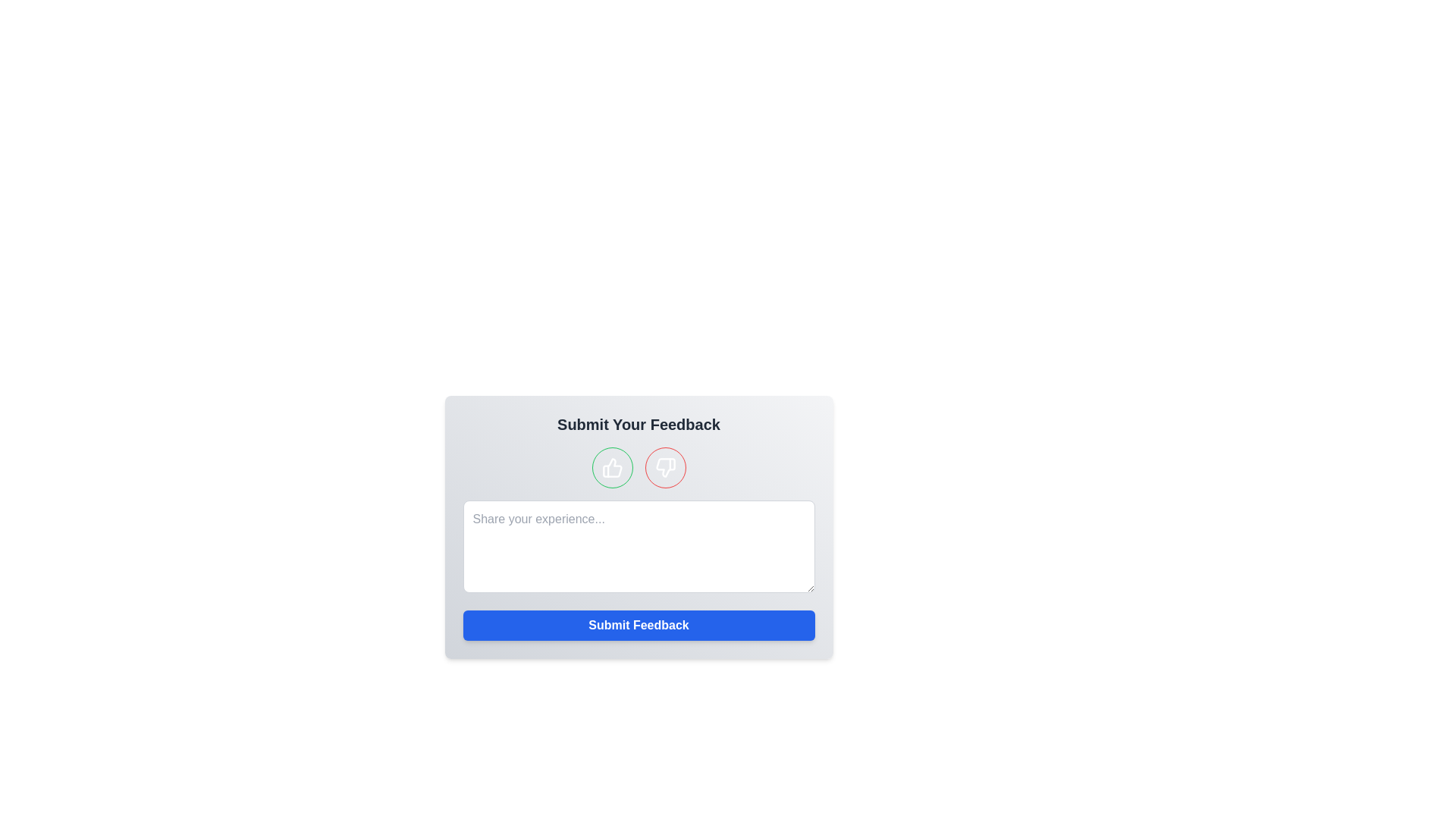  What do you see at coordinates (639, 467) in the screenshot?
I see `the thumbs-up or thumbs-down button in the Interactive button group below the 'Submit Your Feedback' title` at bounding box center [639, 467].